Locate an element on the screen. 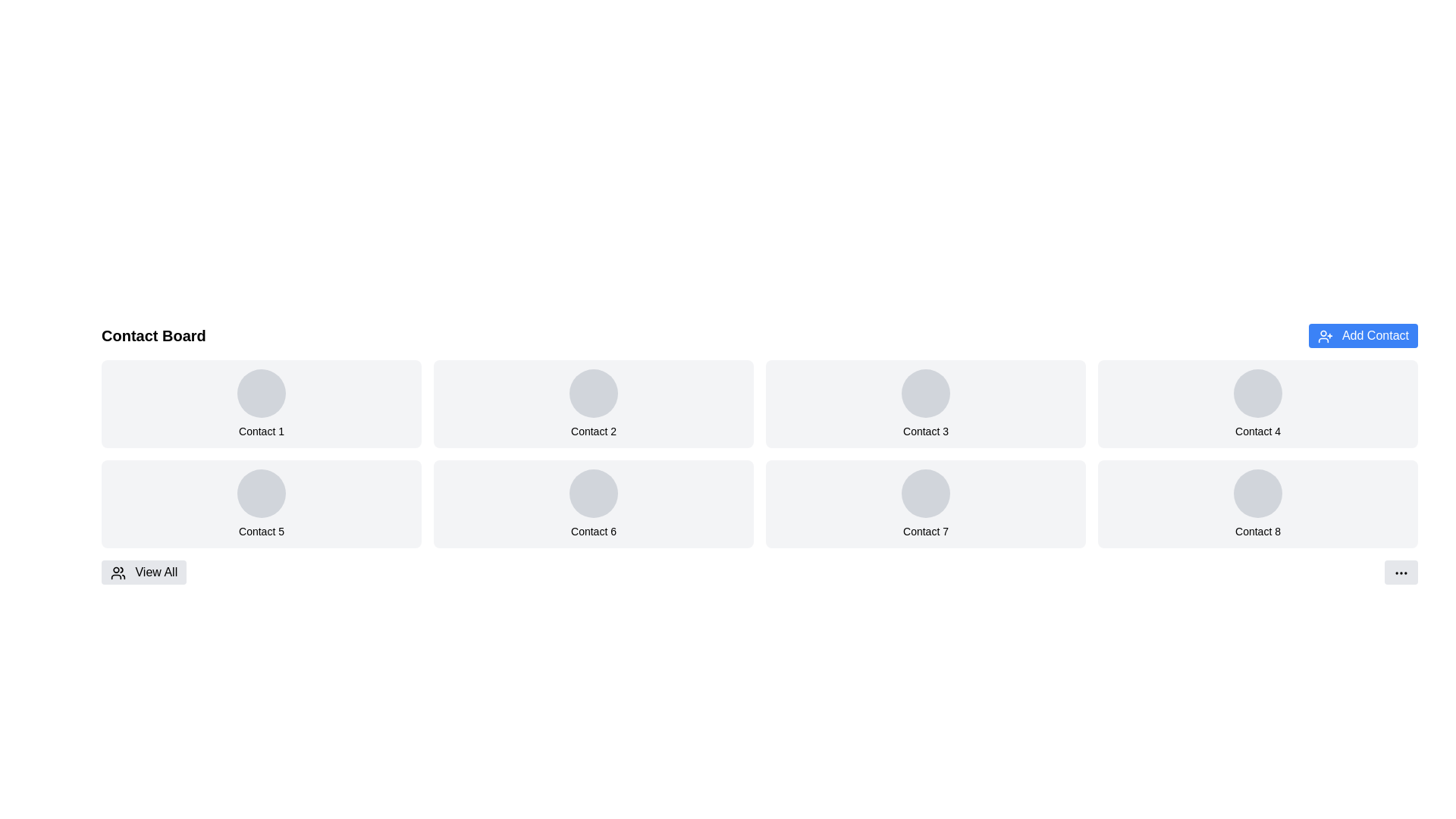 The height and width of the screenshot is (819, 1456). text content of the label located beneath the circular area in the first row of the contact grid, fourth column from the left is located at coordinates (1258, 431).